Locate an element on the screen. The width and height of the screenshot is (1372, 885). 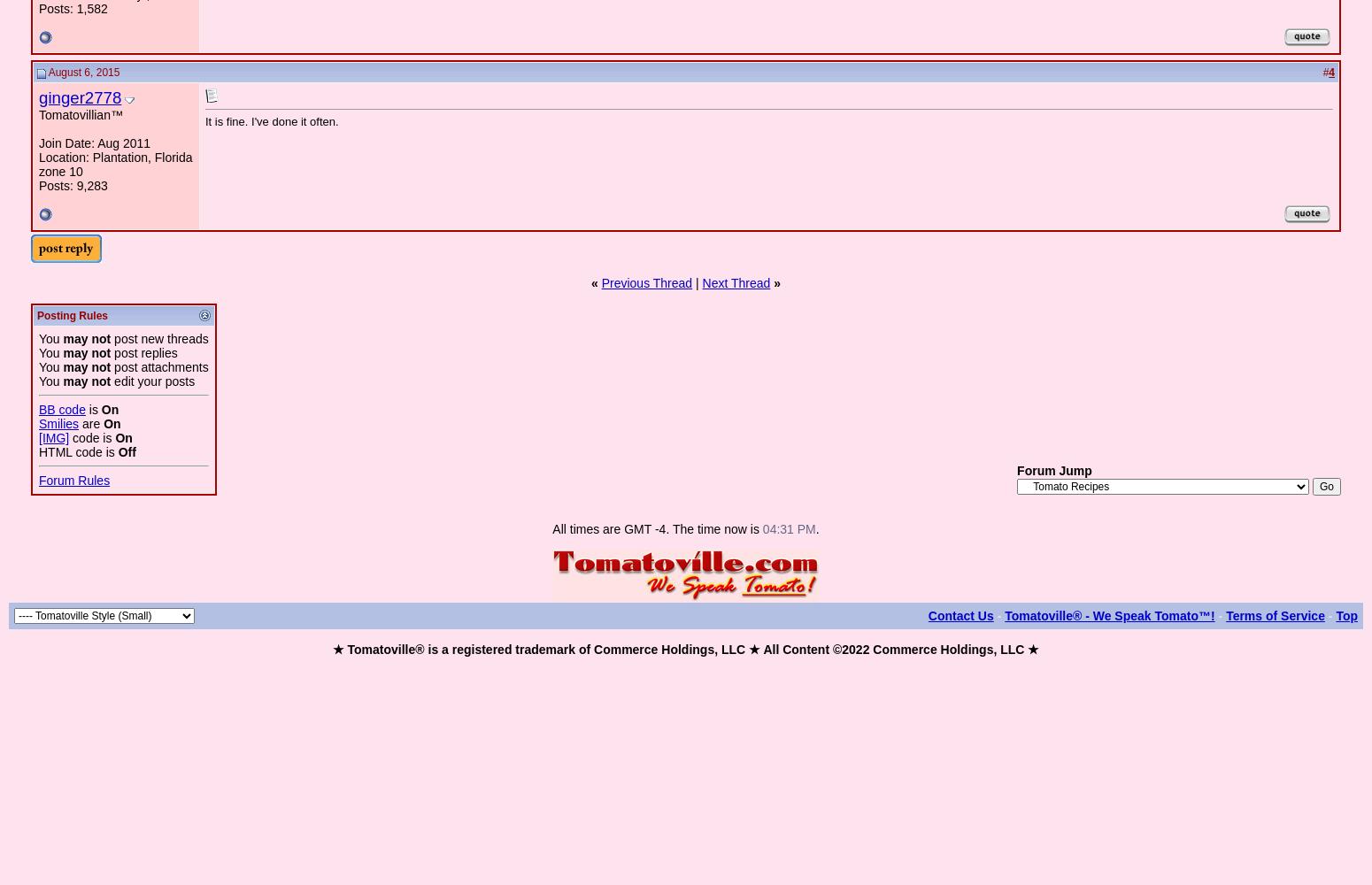
'BB code' is located at coordinates (38, 409).